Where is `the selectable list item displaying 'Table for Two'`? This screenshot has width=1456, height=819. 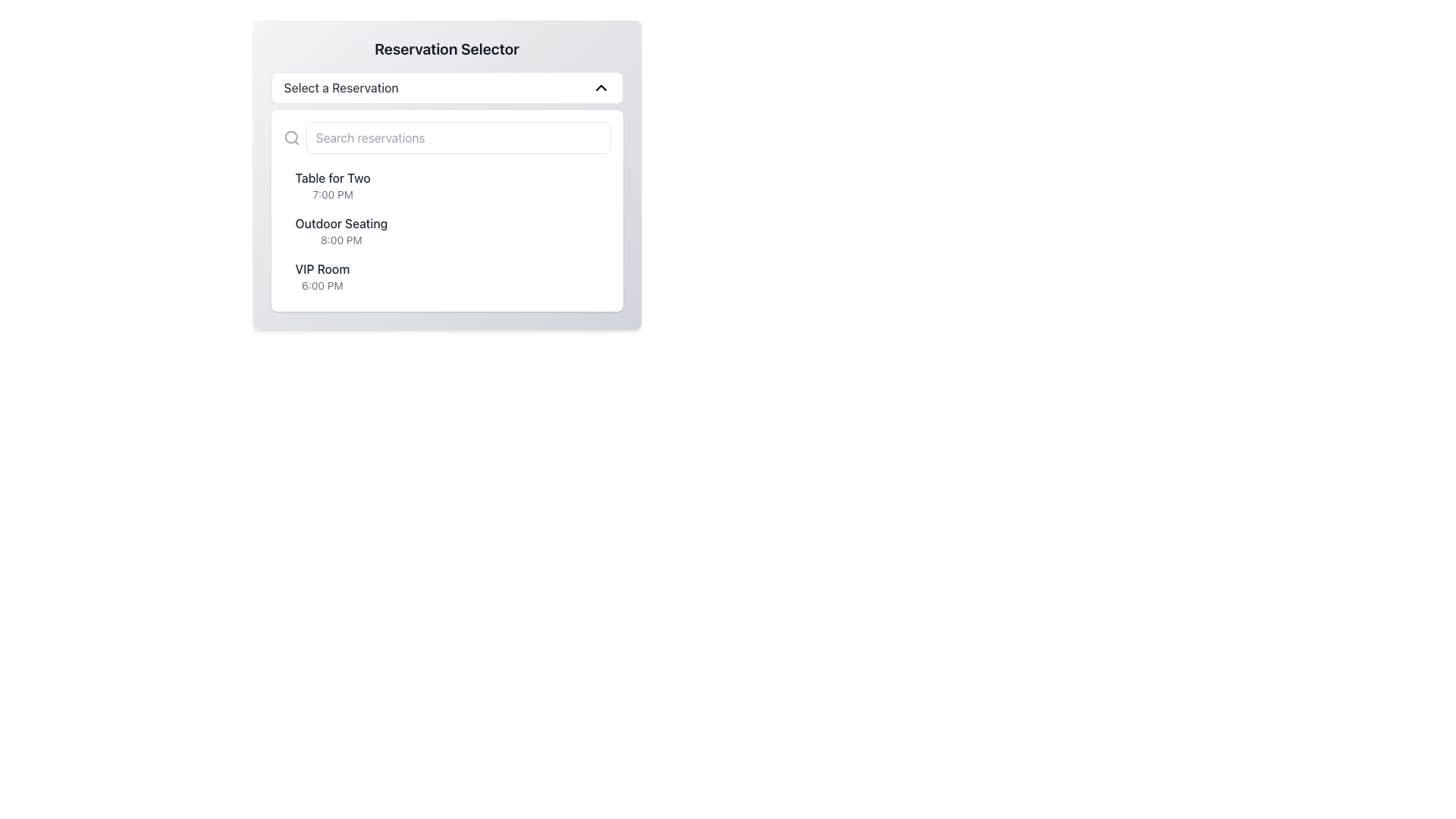 the selectable list item displaying 'Table for Two' is located at coordinates (446, 185).